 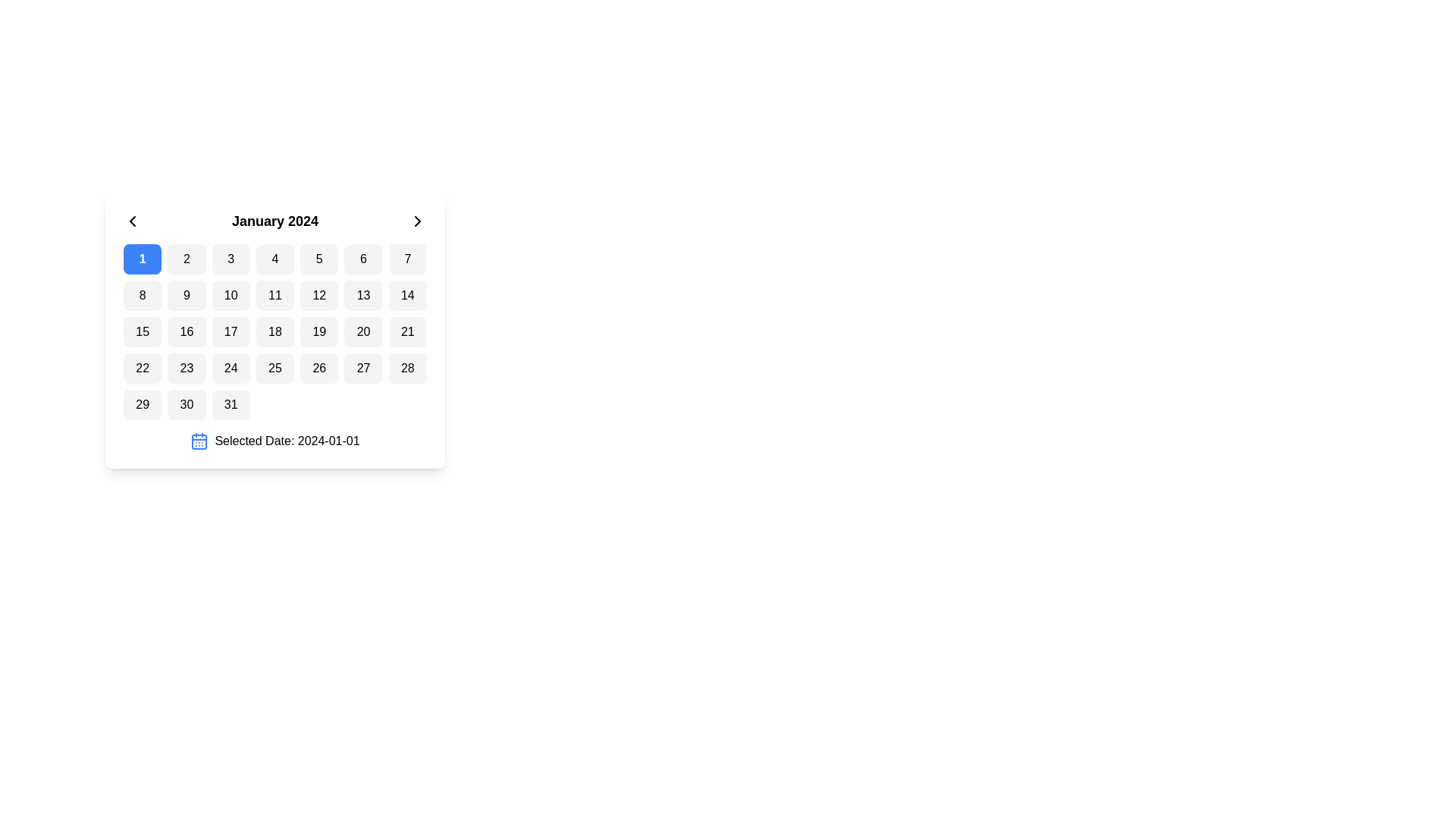 I want to click on the button labeled '20' in the calendar interface, so click(x=362, y=331).